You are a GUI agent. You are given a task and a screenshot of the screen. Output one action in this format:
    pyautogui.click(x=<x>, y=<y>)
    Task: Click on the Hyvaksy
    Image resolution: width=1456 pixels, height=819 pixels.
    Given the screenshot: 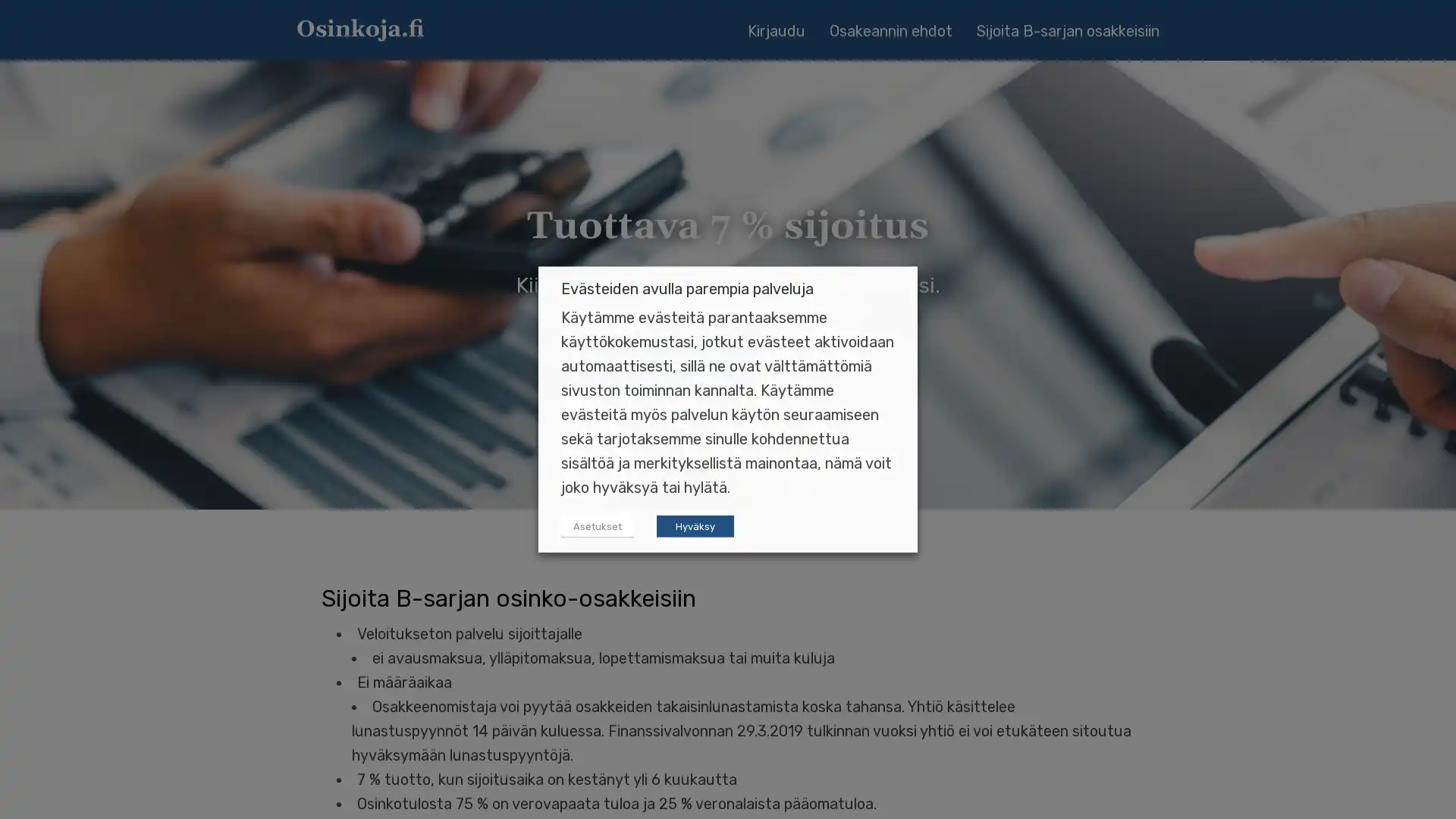 What is the action you would take?
    pyautogui.click(x=694, y=525)
    